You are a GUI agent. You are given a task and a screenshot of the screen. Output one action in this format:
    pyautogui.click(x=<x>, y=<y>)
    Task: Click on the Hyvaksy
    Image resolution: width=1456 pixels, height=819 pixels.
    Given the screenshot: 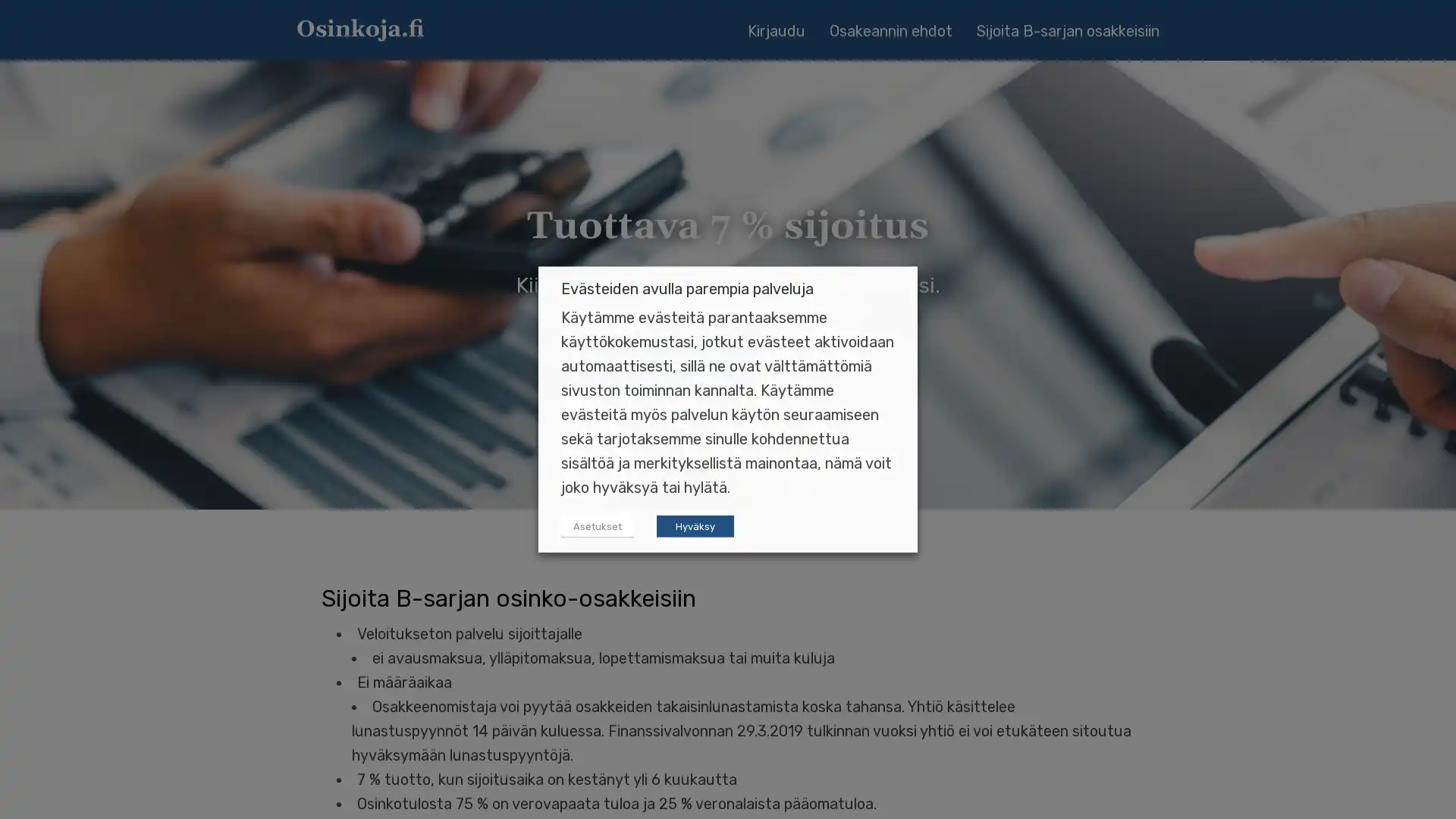 What is the action you would take?
    pyautogui.click(x=694, y=525)
    